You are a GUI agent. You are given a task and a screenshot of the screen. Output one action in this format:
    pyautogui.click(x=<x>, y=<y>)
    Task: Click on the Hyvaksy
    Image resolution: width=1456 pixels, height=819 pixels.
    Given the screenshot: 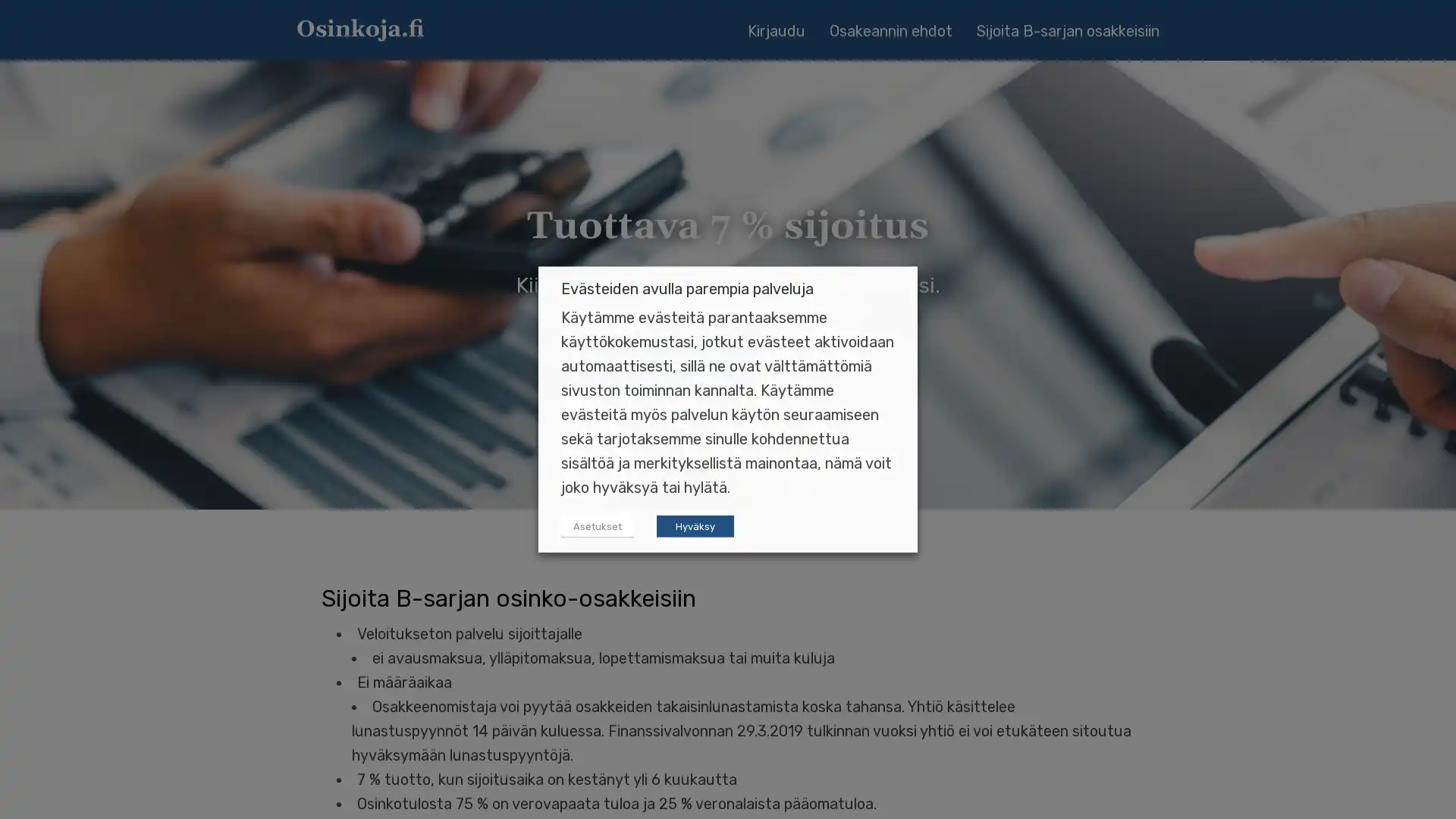 What is the action you would take?
    pyautogui.click(x=694, y=525)
    